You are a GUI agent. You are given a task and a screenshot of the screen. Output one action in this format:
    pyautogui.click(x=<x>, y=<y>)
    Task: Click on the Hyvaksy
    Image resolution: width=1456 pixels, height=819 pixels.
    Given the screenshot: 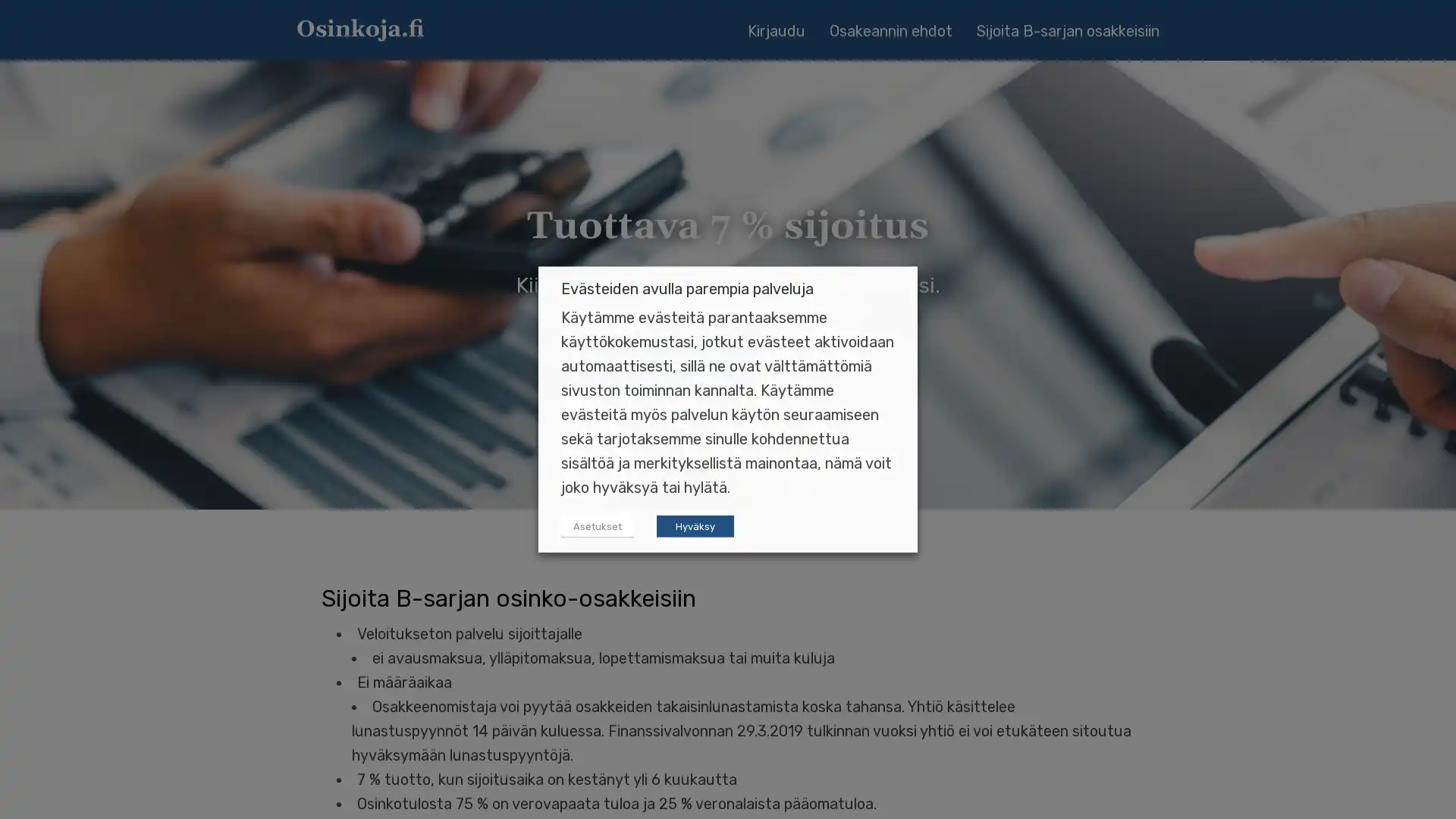 What is the action you would take?
    pyautogui.click(x=694, y=525)
    